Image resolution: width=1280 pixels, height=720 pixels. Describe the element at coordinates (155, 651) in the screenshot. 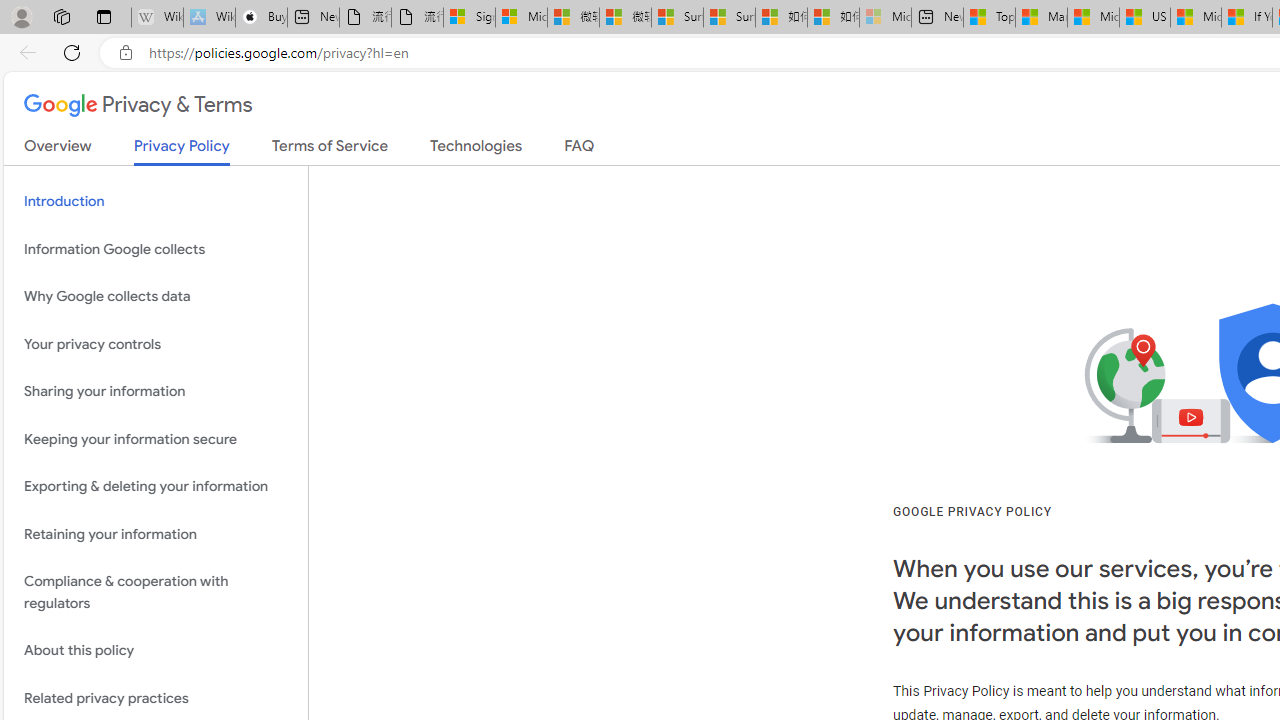

I see `'About this policy'` at that location.